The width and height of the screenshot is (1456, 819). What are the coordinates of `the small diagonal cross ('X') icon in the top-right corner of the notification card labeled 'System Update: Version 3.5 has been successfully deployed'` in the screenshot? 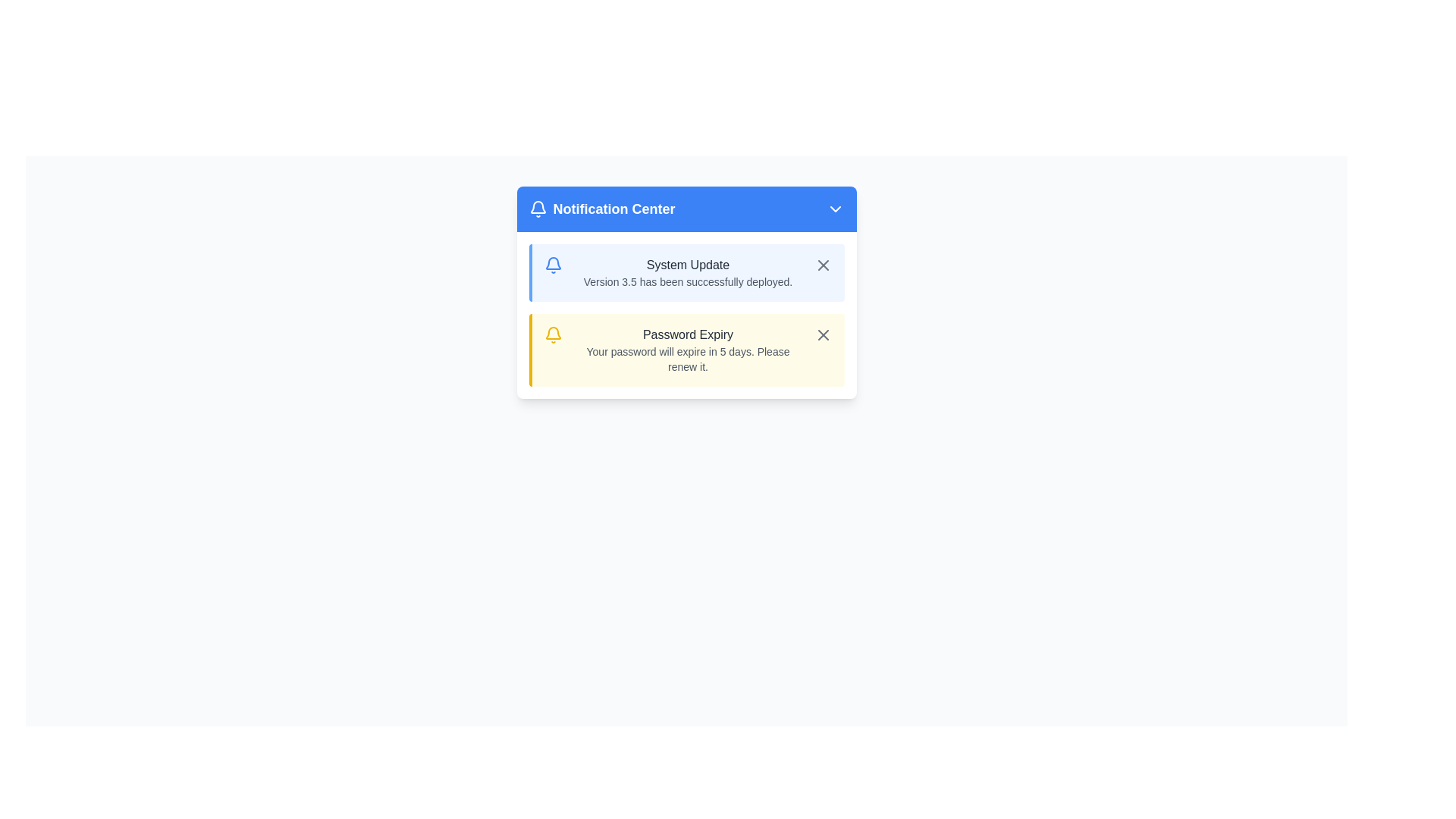 It's located at (822, 265).